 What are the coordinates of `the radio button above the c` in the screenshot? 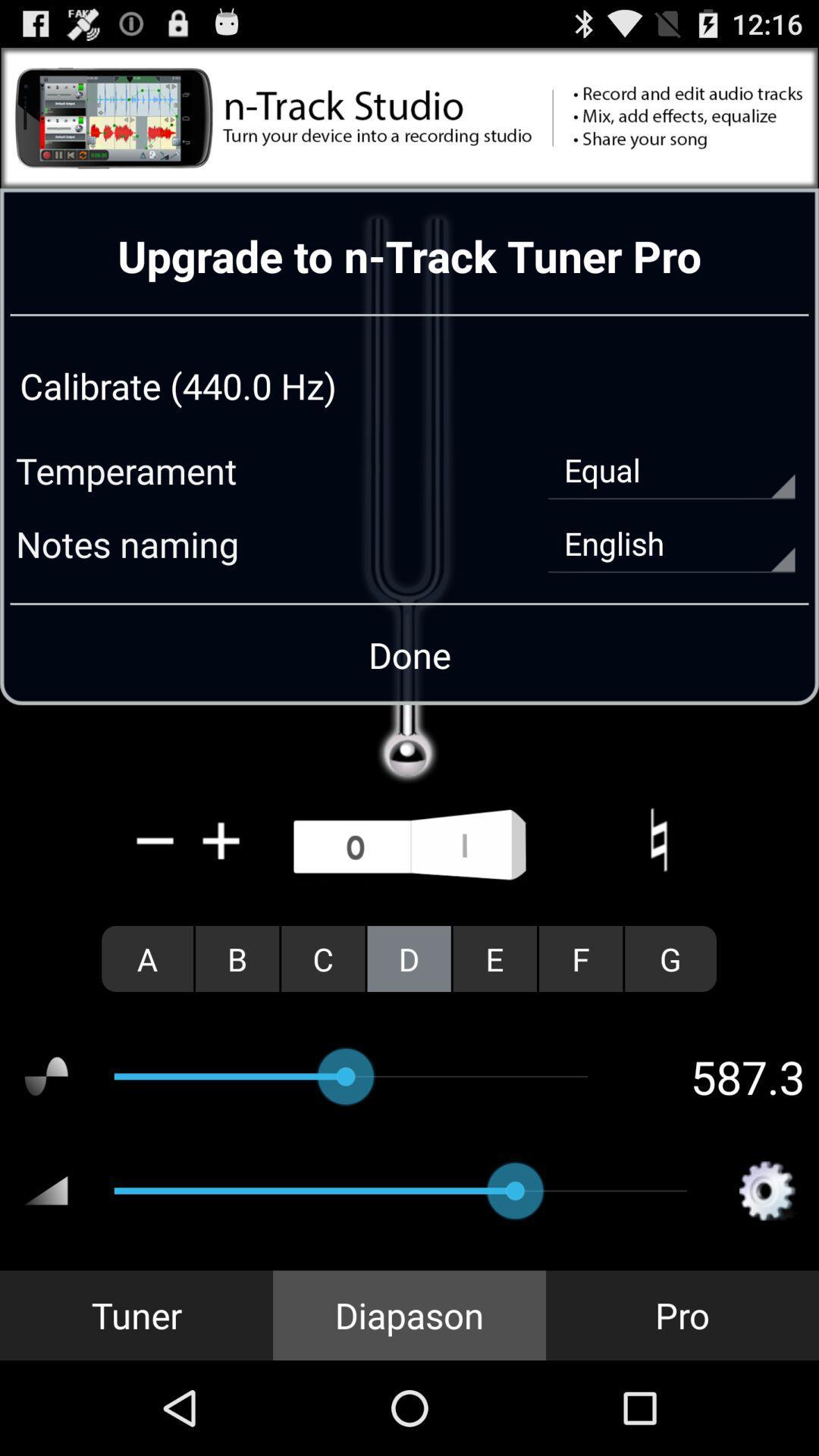 It's located at (409, 846).